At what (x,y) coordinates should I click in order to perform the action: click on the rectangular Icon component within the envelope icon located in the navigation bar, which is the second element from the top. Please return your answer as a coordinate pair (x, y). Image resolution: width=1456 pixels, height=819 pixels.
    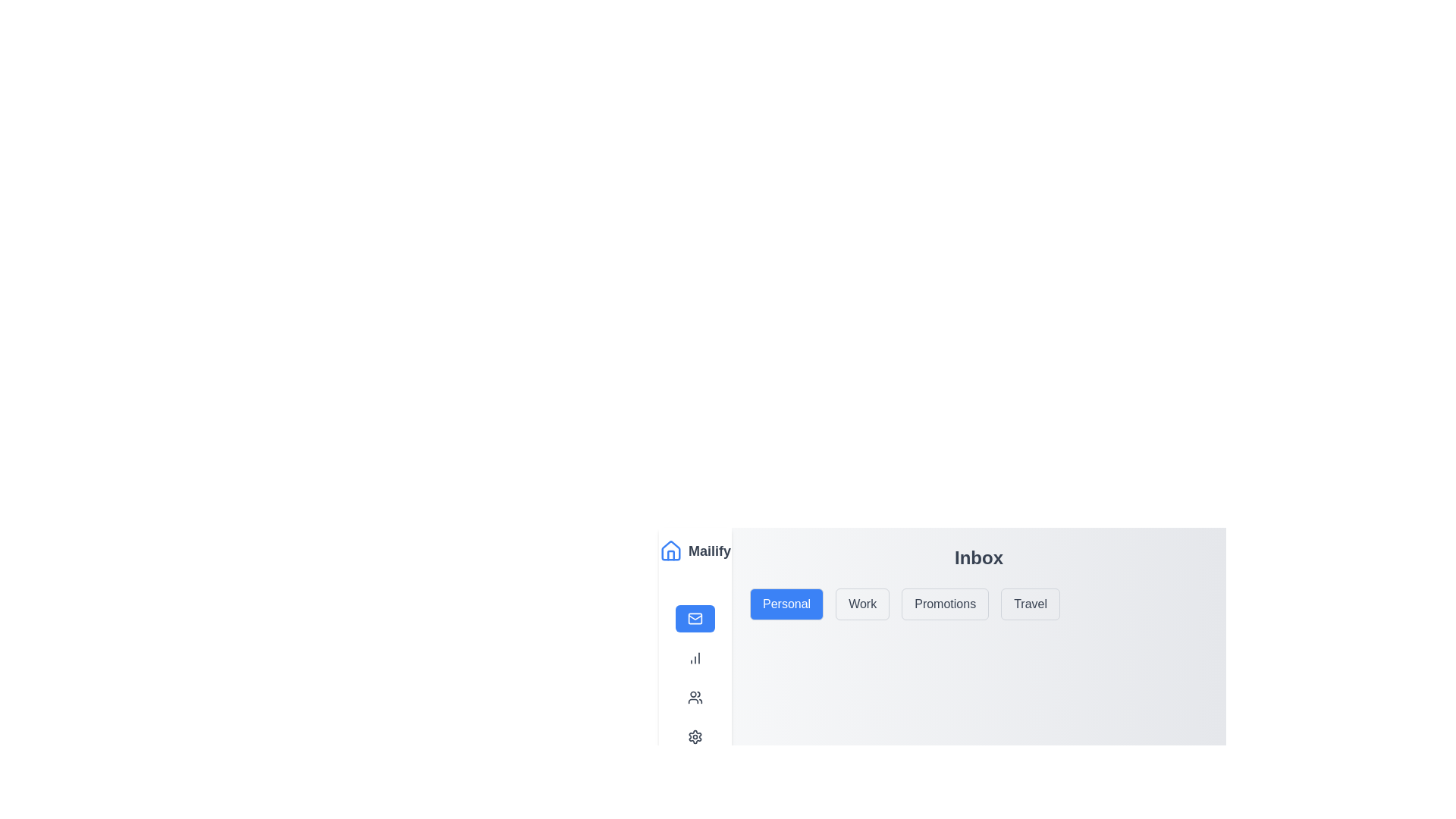
    Looking at the image, I should click on (694, 619).